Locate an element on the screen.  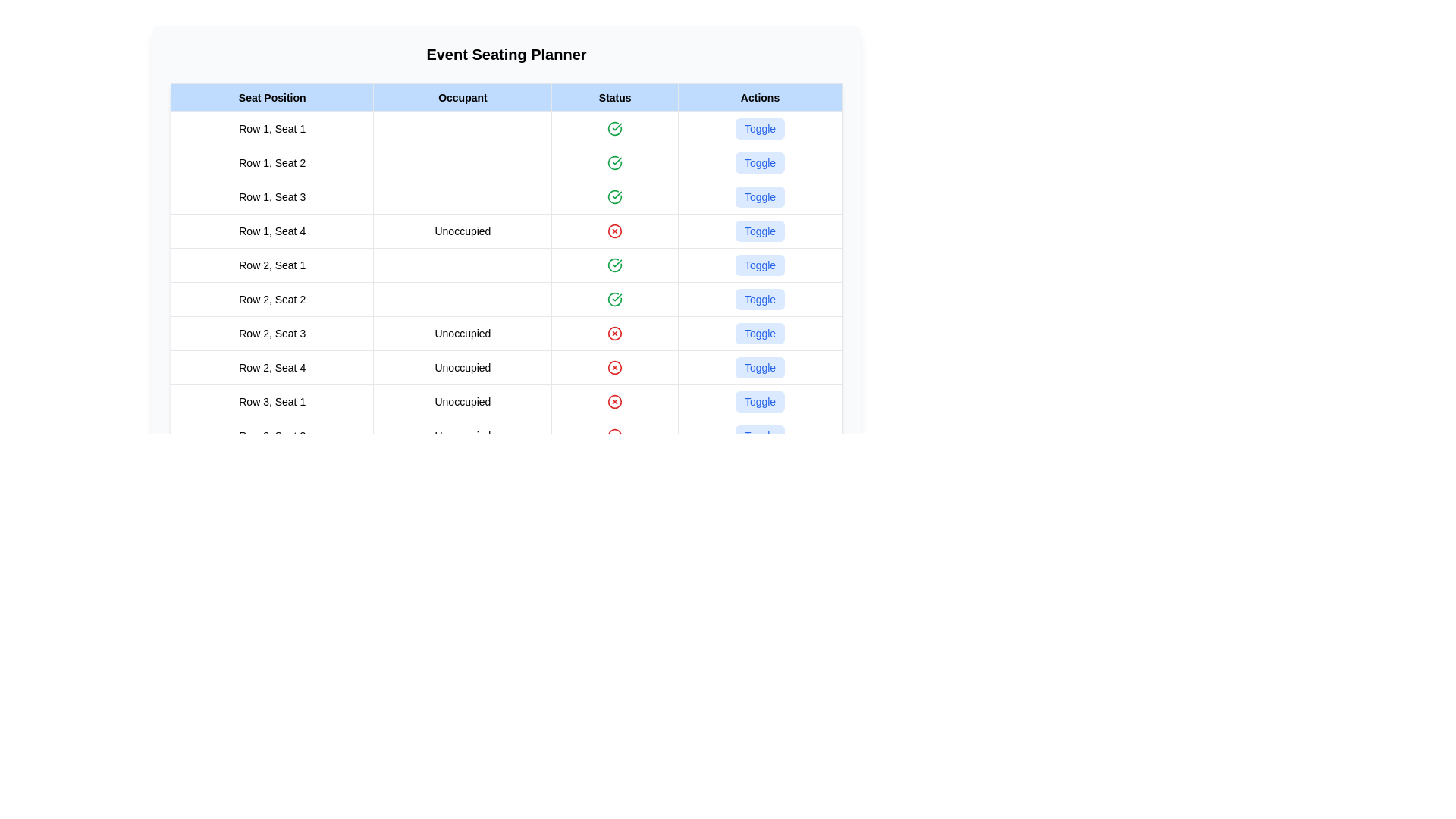
the third button in the 'Actions' column of the table is located at coordinates (760, 163).